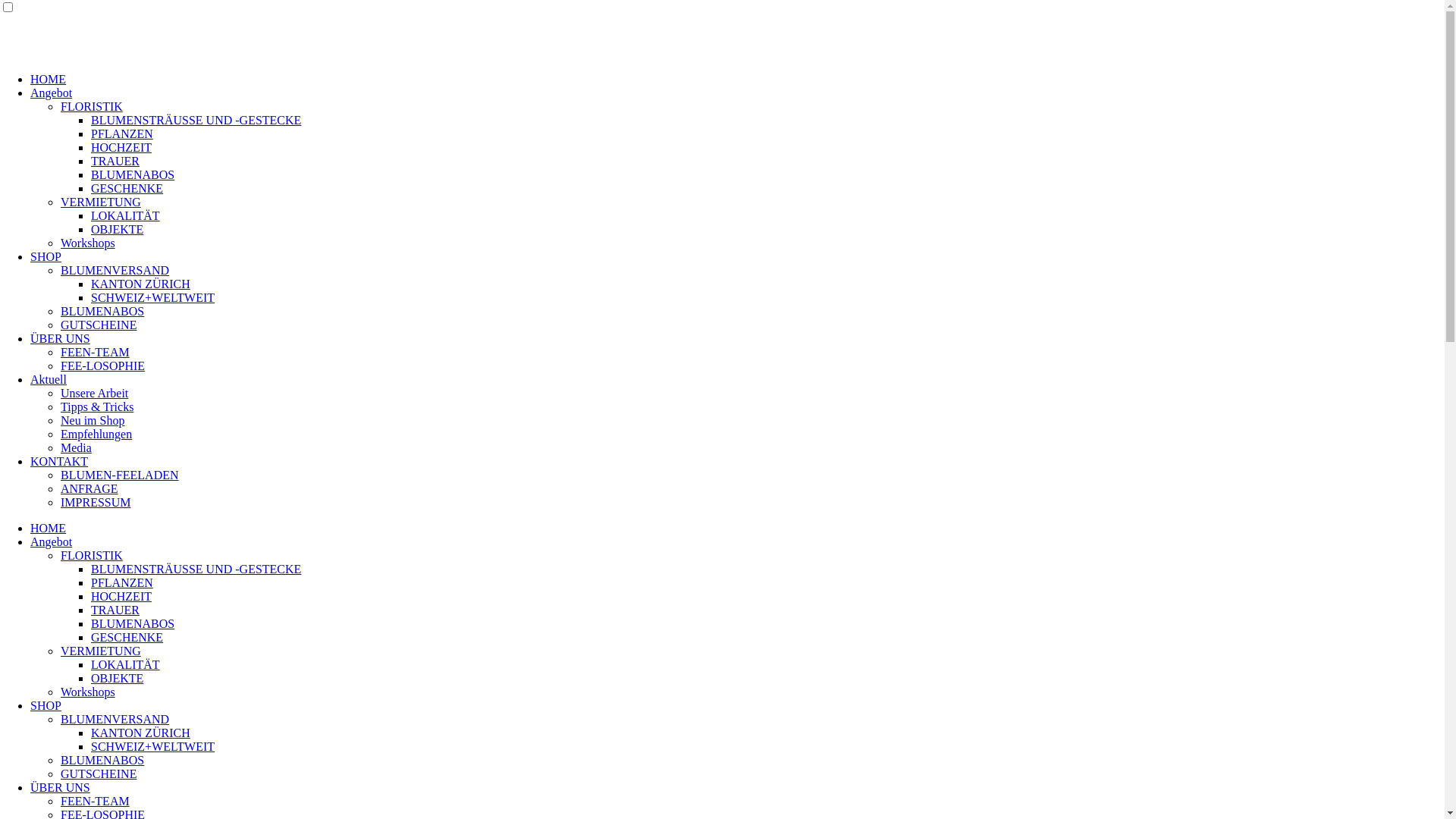  Describe the element at coordinates (61, 392) in the screenshot. I see `'Unsere Arbeit'` at that location.